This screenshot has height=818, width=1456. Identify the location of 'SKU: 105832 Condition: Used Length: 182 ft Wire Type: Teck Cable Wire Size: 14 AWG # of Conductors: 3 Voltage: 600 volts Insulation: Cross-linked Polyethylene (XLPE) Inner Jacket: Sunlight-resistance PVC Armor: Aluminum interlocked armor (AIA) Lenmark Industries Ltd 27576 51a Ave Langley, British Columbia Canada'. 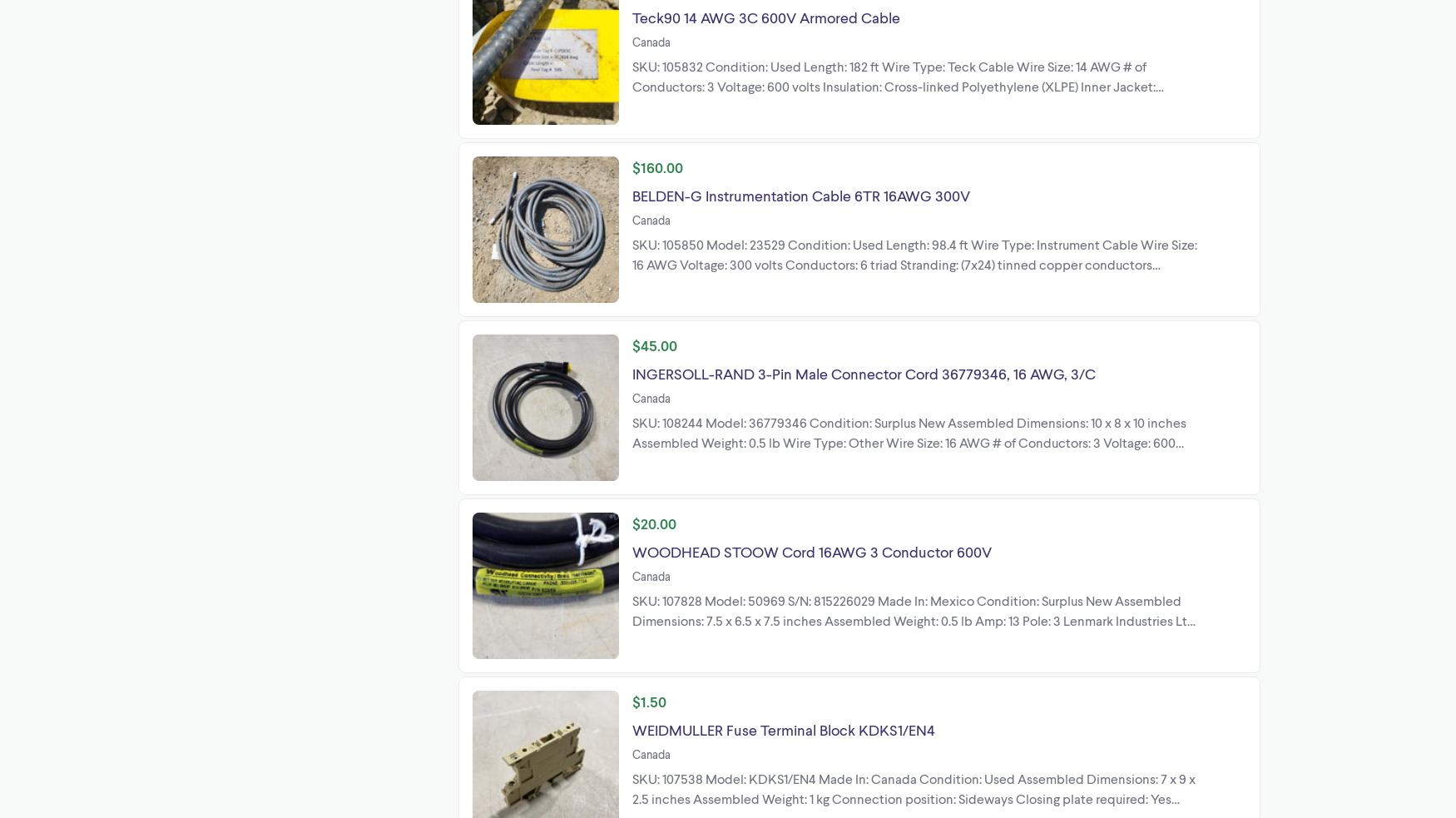
(908, 94).